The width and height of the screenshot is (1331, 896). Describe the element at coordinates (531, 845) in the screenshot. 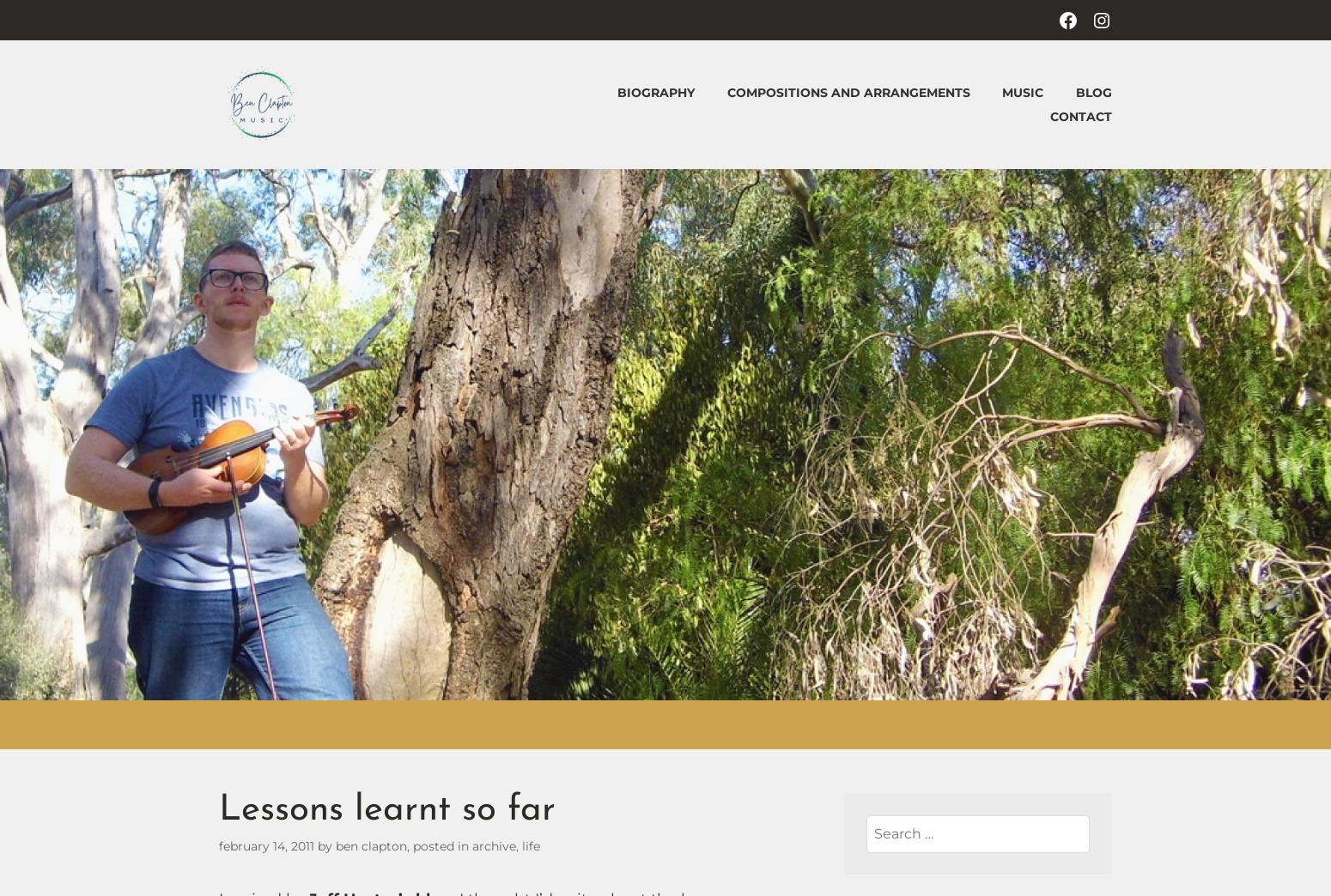

I see `'Life'` at that location.